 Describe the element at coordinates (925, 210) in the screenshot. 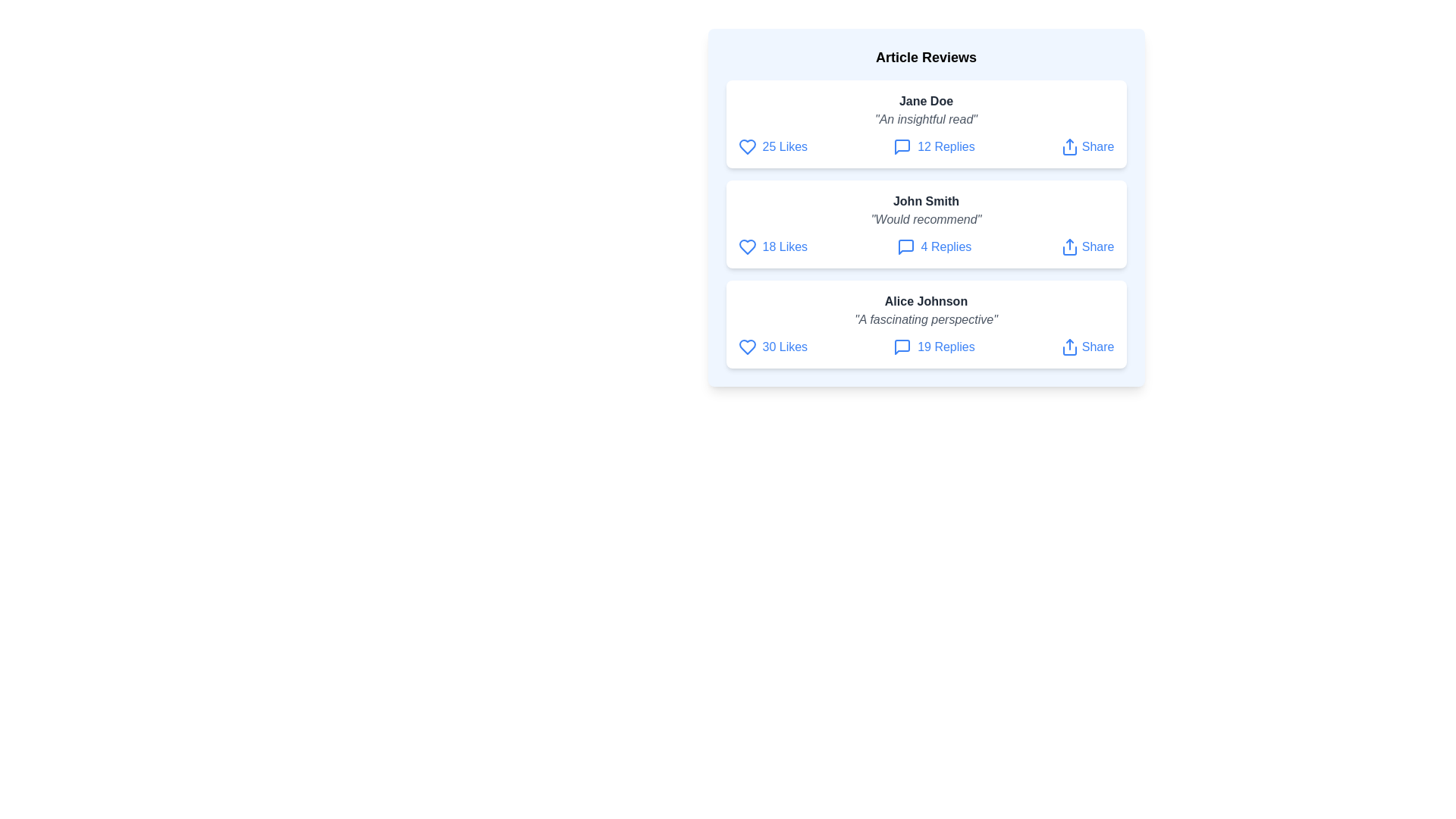

I see `the review text of John Smith` at that location.